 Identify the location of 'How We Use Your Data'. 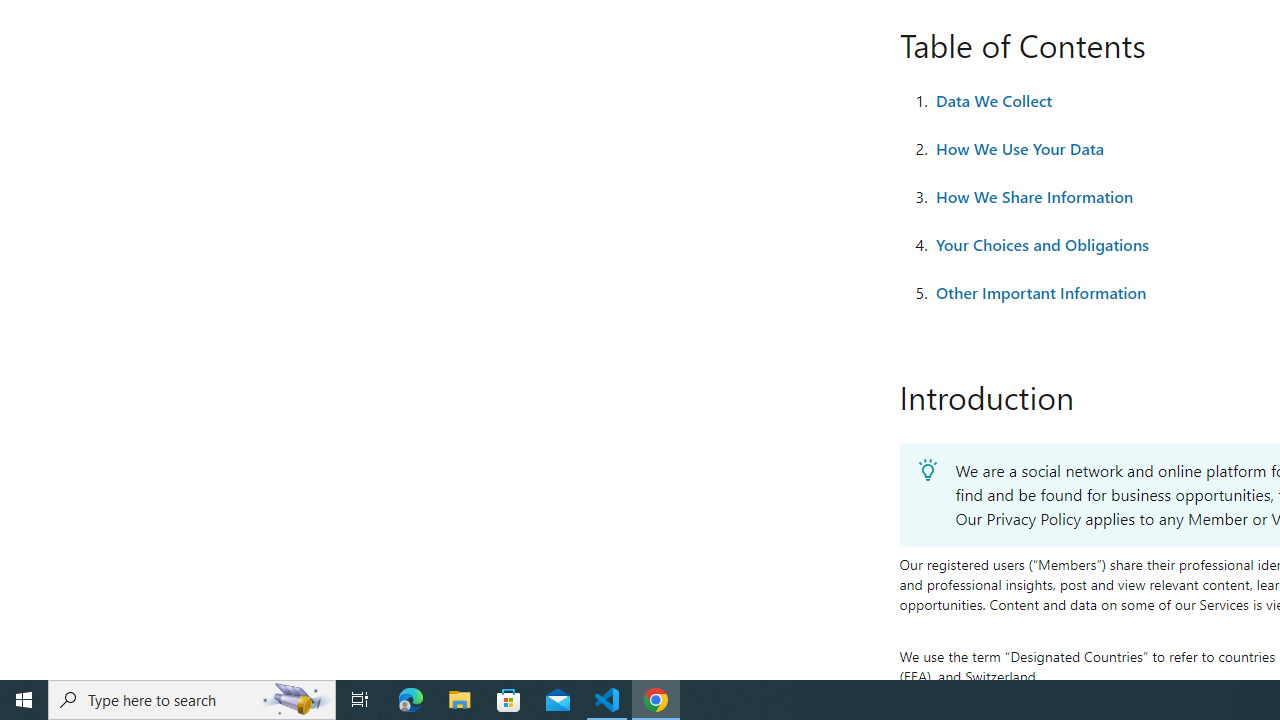
(1019, 148).